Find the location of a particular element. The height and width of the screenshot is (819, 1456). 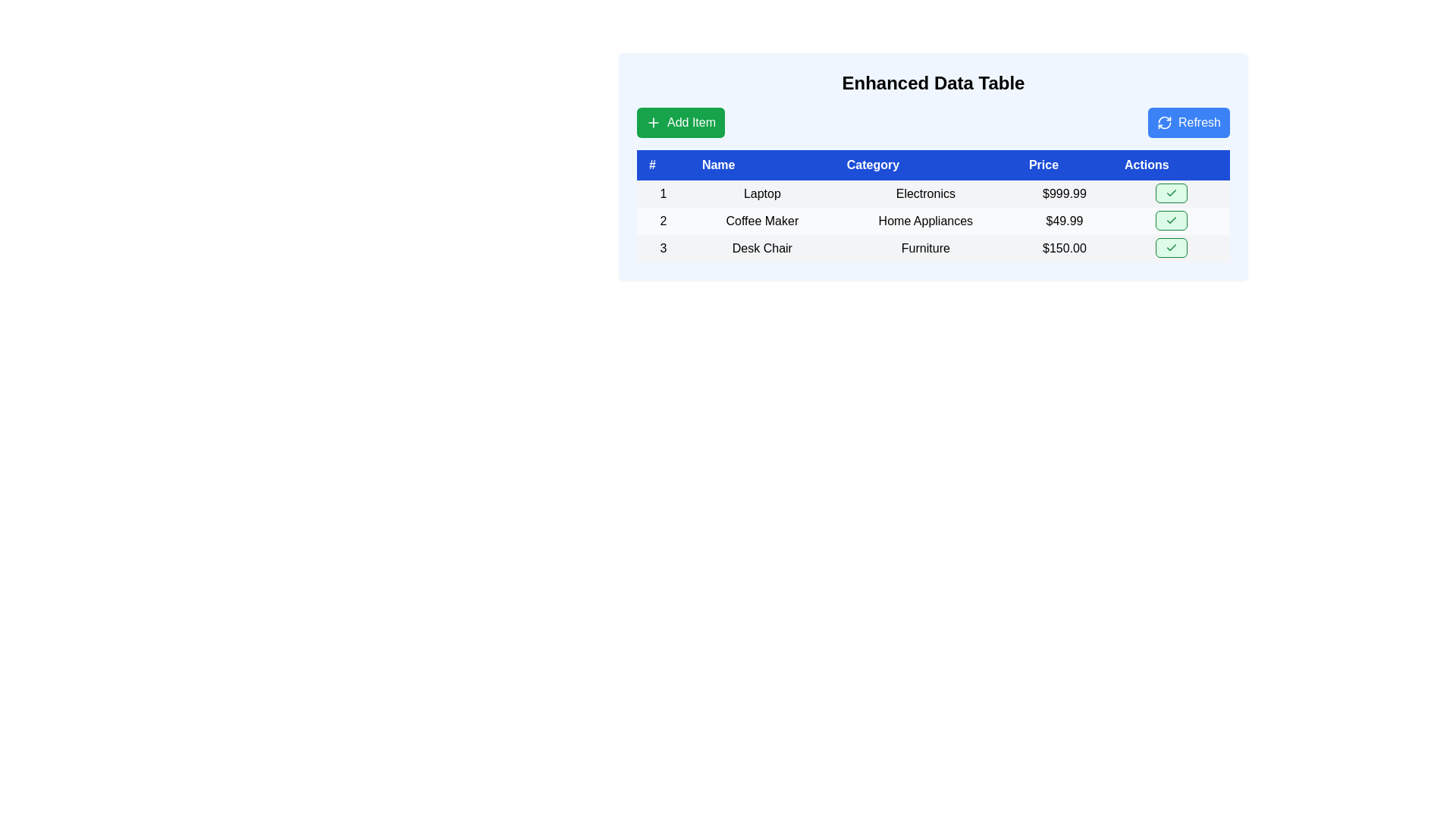

the price label displaying '$150.00' in bold black text, located in the fourth column of the third row of the product details table is located at coordinates (1063, 247).